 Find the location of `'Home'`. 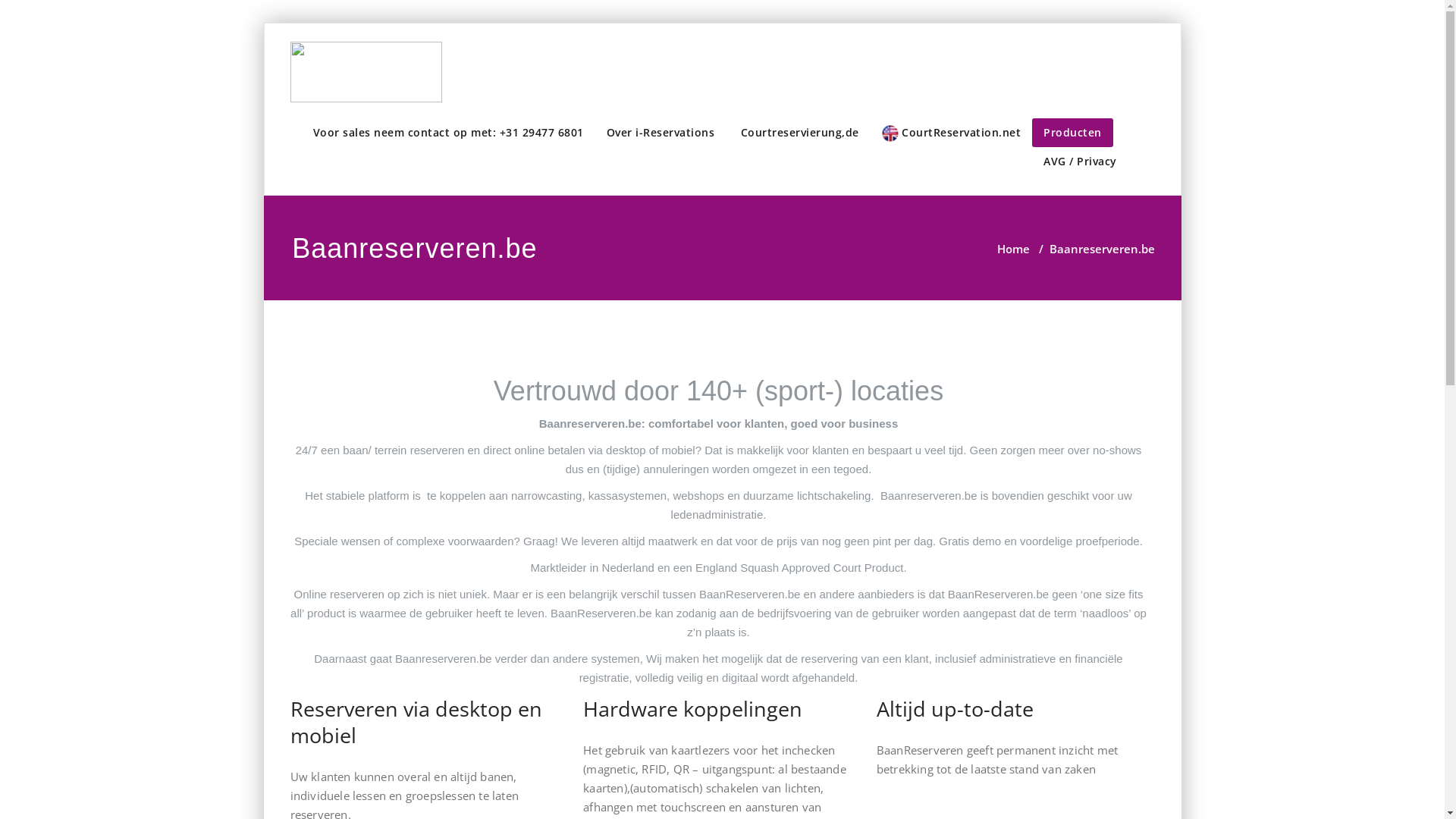

'Home' is located at coordinates (1012, 247).